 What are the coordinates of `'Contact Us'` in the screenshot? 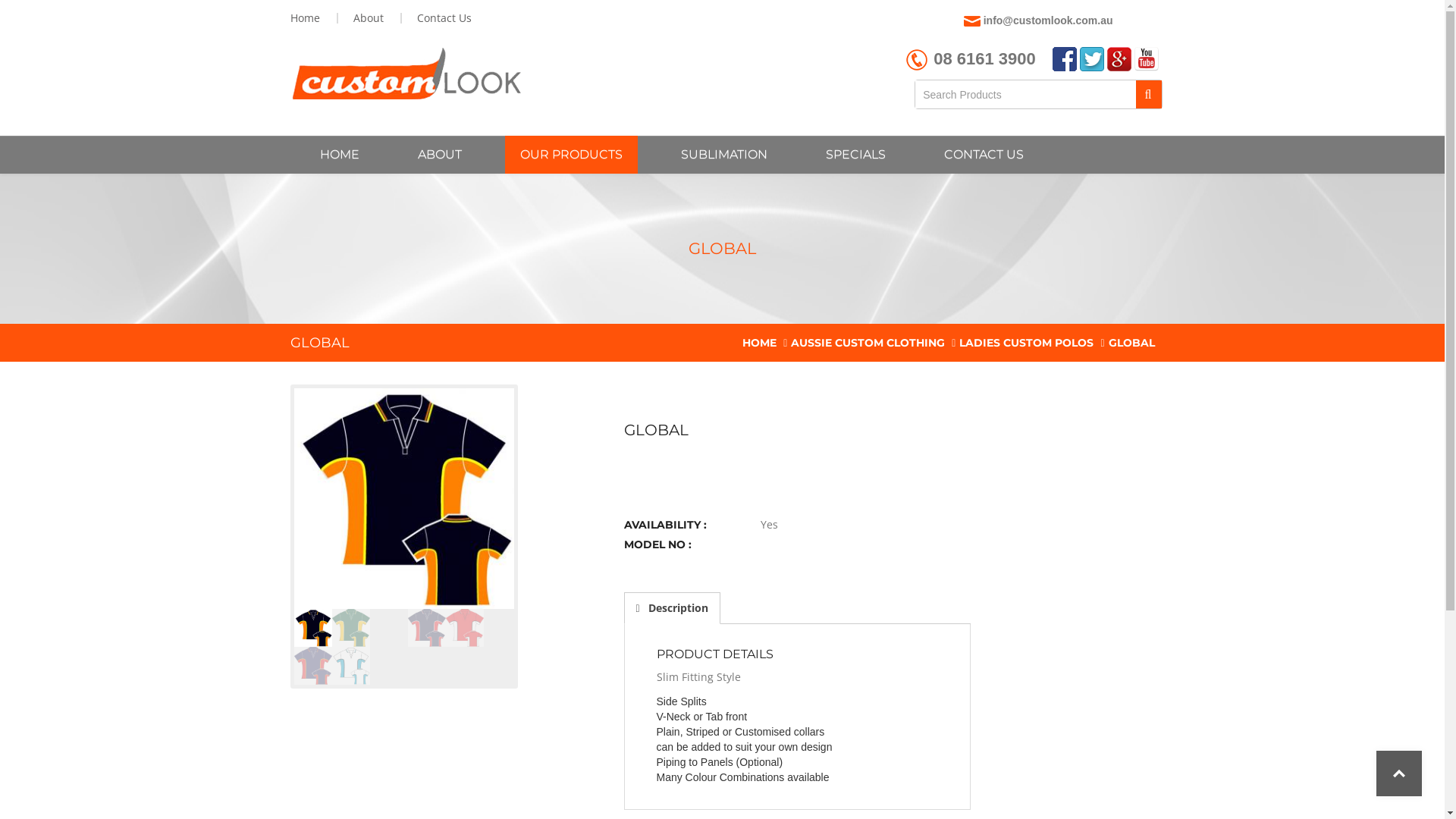 It's located at (441, 17).